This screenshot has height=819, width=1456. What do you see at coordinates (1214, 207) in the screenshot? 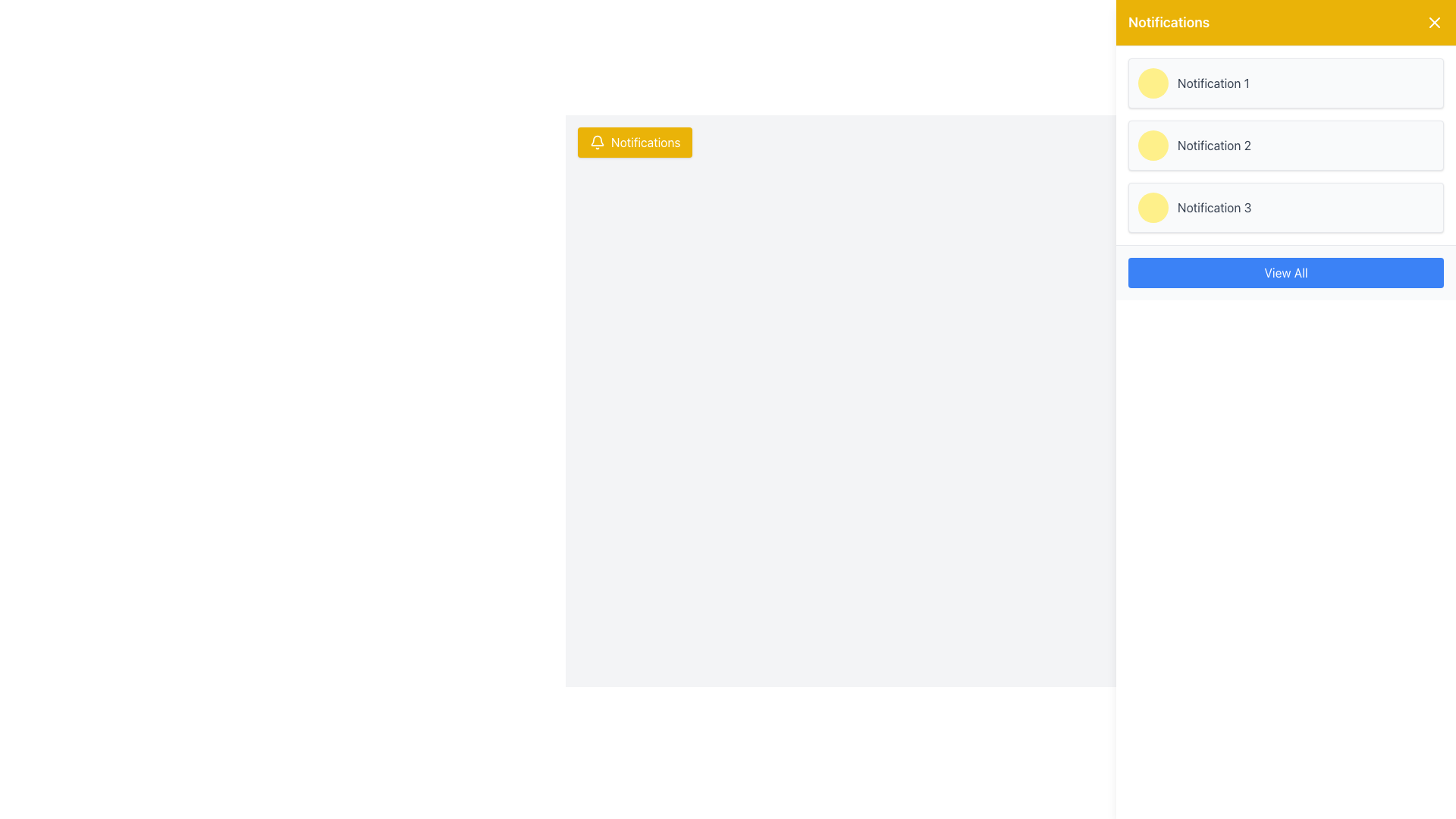
I see `the third notification label in the vertically stacked list of notifications within the yellow and white sidebar` at bounding box center [1214, 207].